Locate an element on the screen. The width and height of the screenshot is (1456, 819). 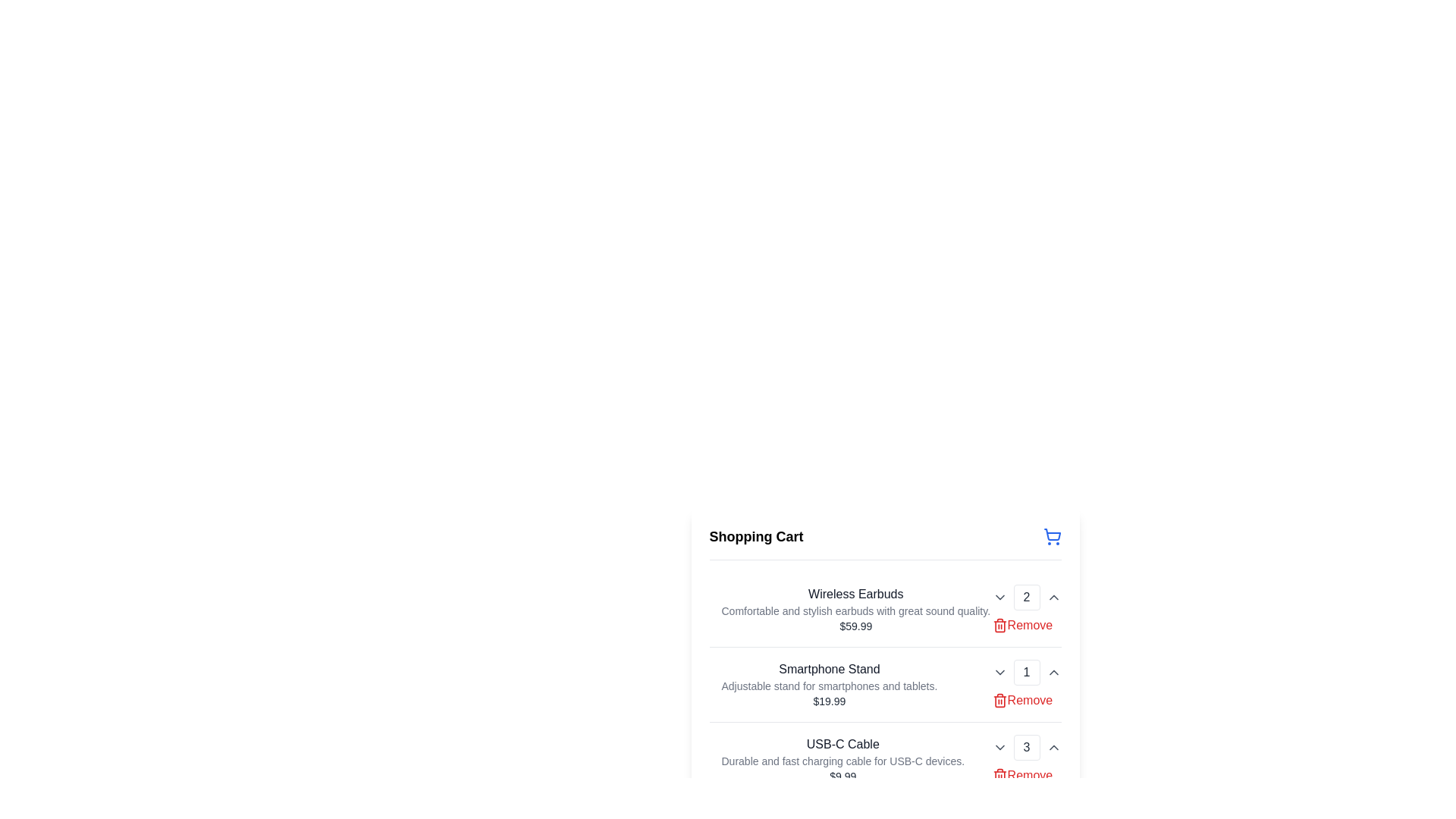
the Text display field showing the number '3' in light gray text, which is part of a quantity selector for the 'USB-C Cable' item in the shopping cart UI is located at coordinates (1026, 747).